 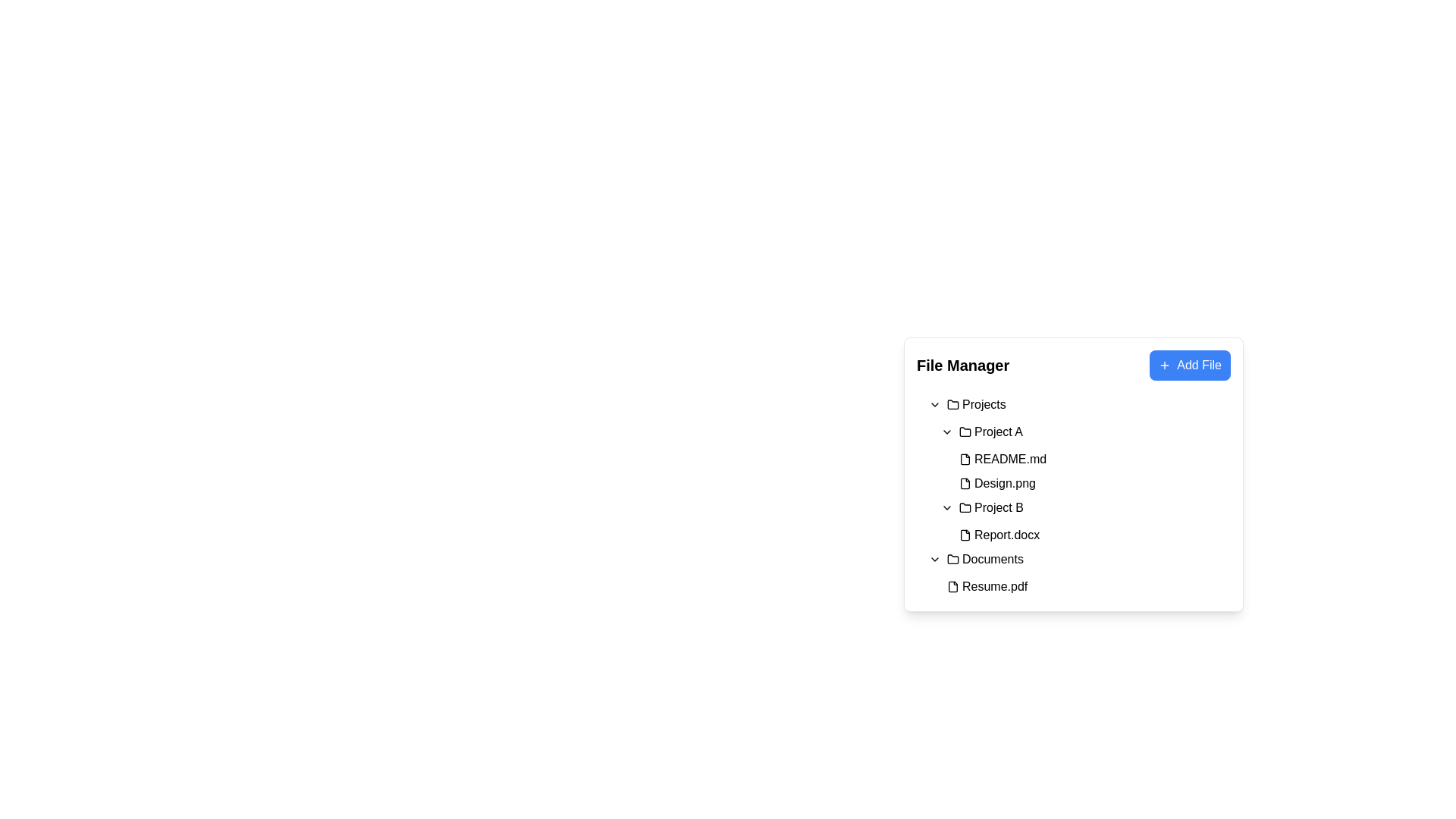 I want to click on the 'Report.docx' file entry within the 'Project B' folder, so click(x=1092, y=534).